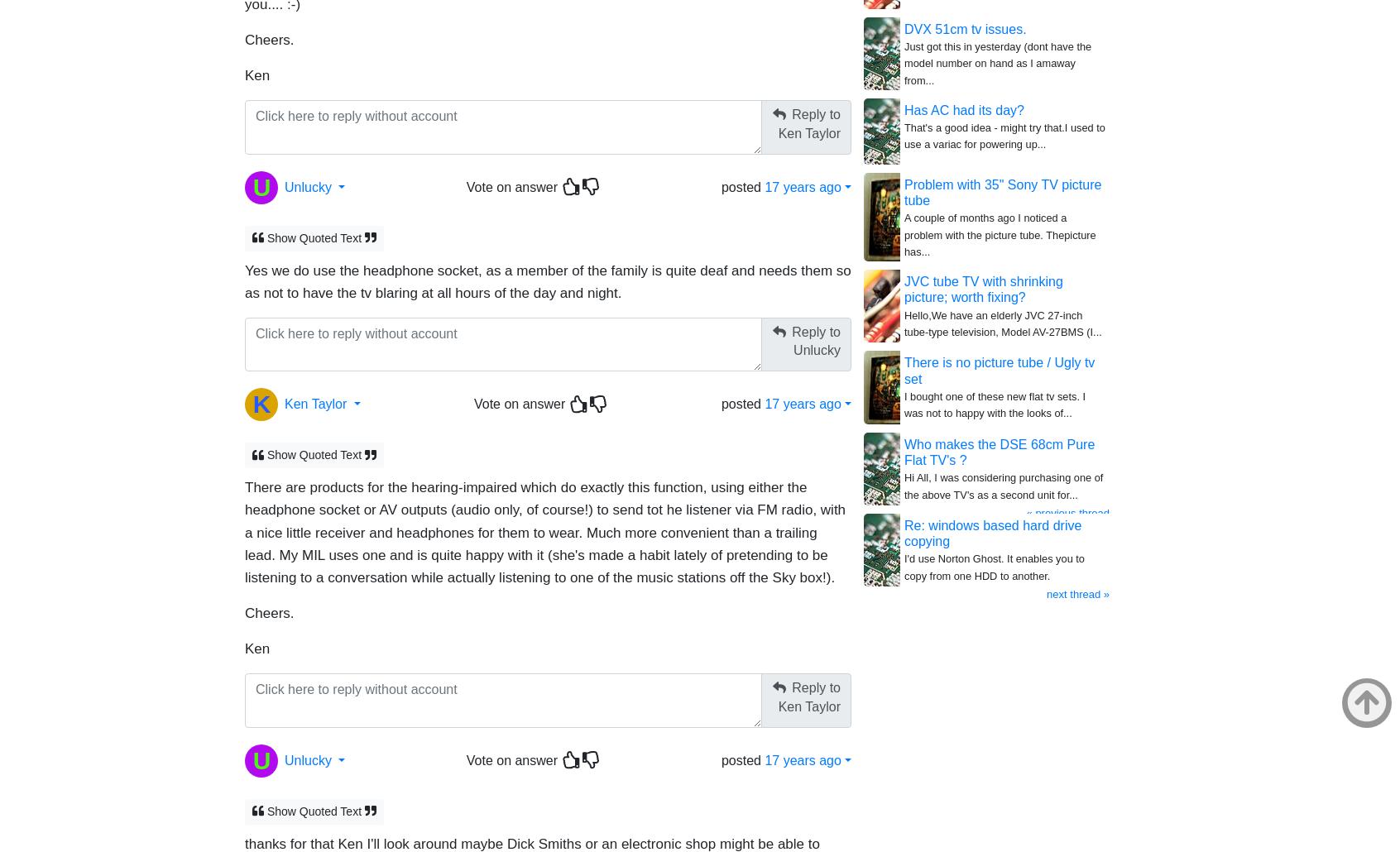 Image resolution: width=1400 pixels, height=852 pixels. Describe the element at coordinates (243, 531) in the screenshot. I see `'There are products for the hearing-impaired which do exactly this  function, using either the headphone socket or AV outputs (audio only,  of course!) to send tot he listener via FM radio, with a nice little  receiver and headphones for them to wear. Much more convenient than a  trailing lead. My MIL uses one and is quite happy with it (she's made a  habit lately of pretending to be listening to a conversation while  actually listening to one of the music stations off the Sky box!).'` at that location.